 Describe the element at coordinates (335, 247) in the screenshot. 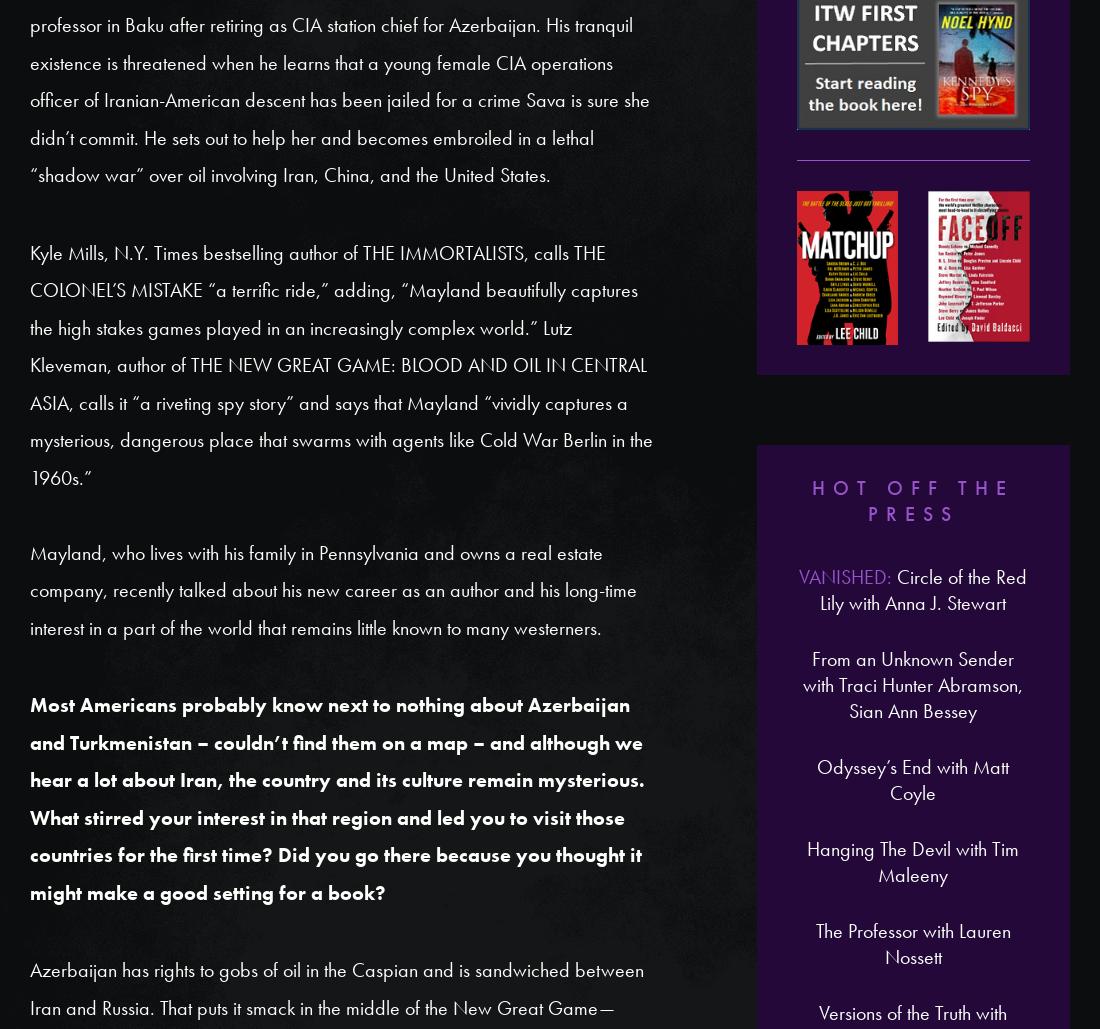

I see `'Dan Mayland spent years exploring the outer limits of Western civilization and beyond. He has been detained by soldiers in Soviet Czechoslovakia, trekked to remote monasteries in Bhutan and Nepal, explored mosques in Iran and Azerbaijan and Turkmenistan, and gone high-altitude mountaineering in Peru and Bolivia. He has written articles for the Iranian.com and his debut spy thriller, THE COLONEL’S MISTAKE, will be released by Thomas & Mercer this August.'` at that location.